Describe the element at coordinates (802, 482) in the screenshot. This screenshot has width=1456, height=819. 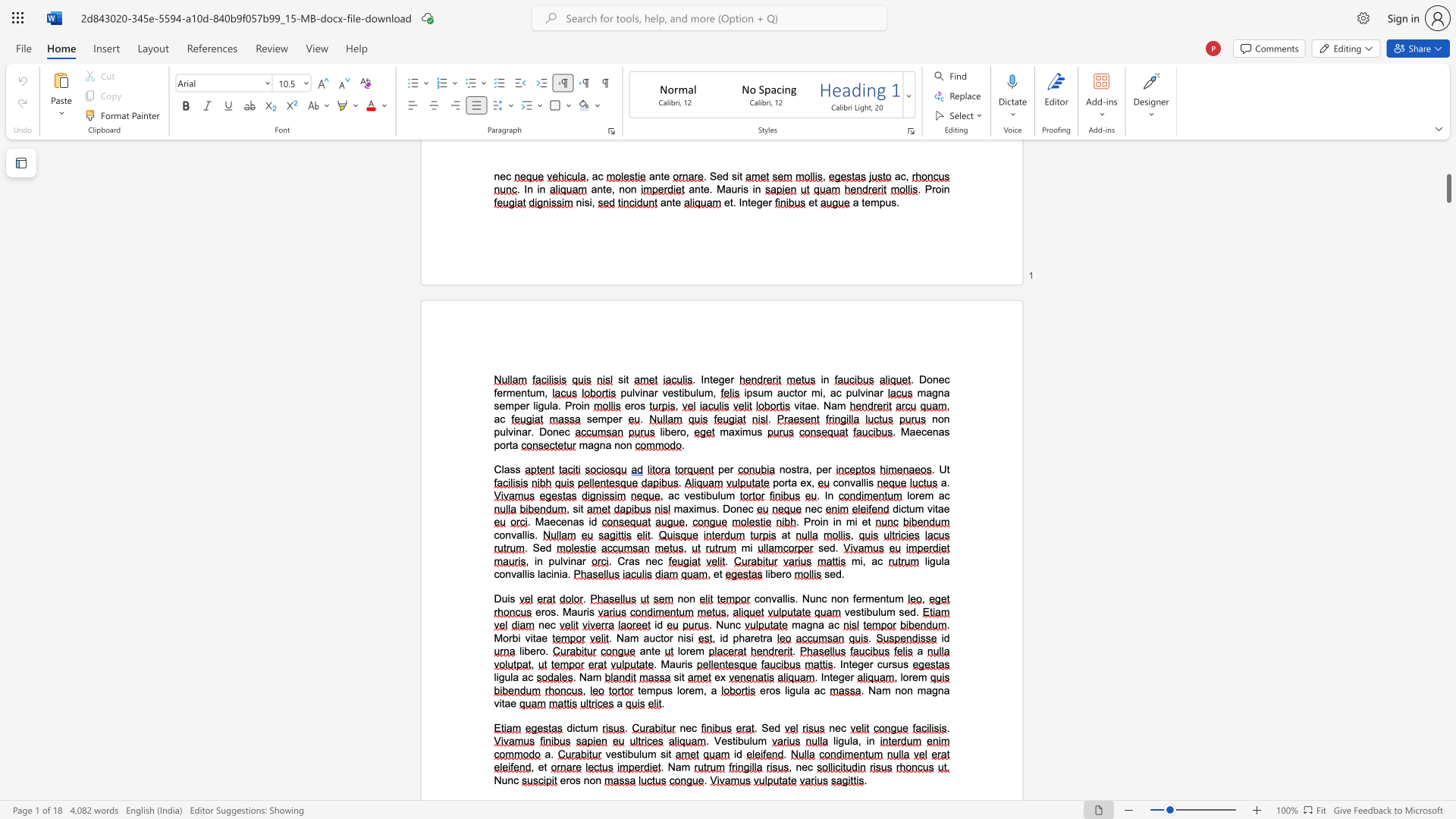
I see `the 1th character "e" in the text` at that location.